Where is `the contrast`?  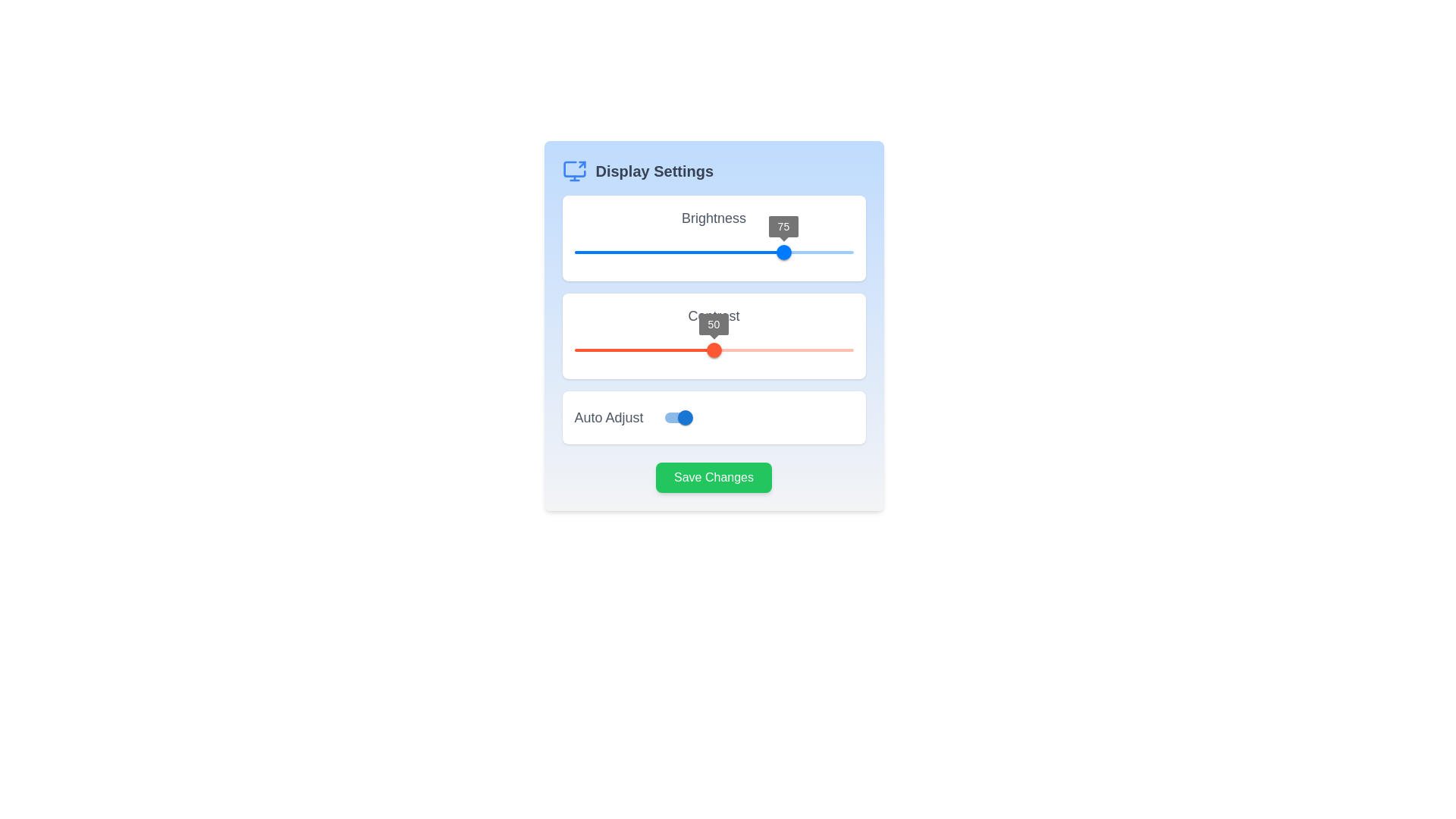 the contrast is located at coordinates (713, 350).